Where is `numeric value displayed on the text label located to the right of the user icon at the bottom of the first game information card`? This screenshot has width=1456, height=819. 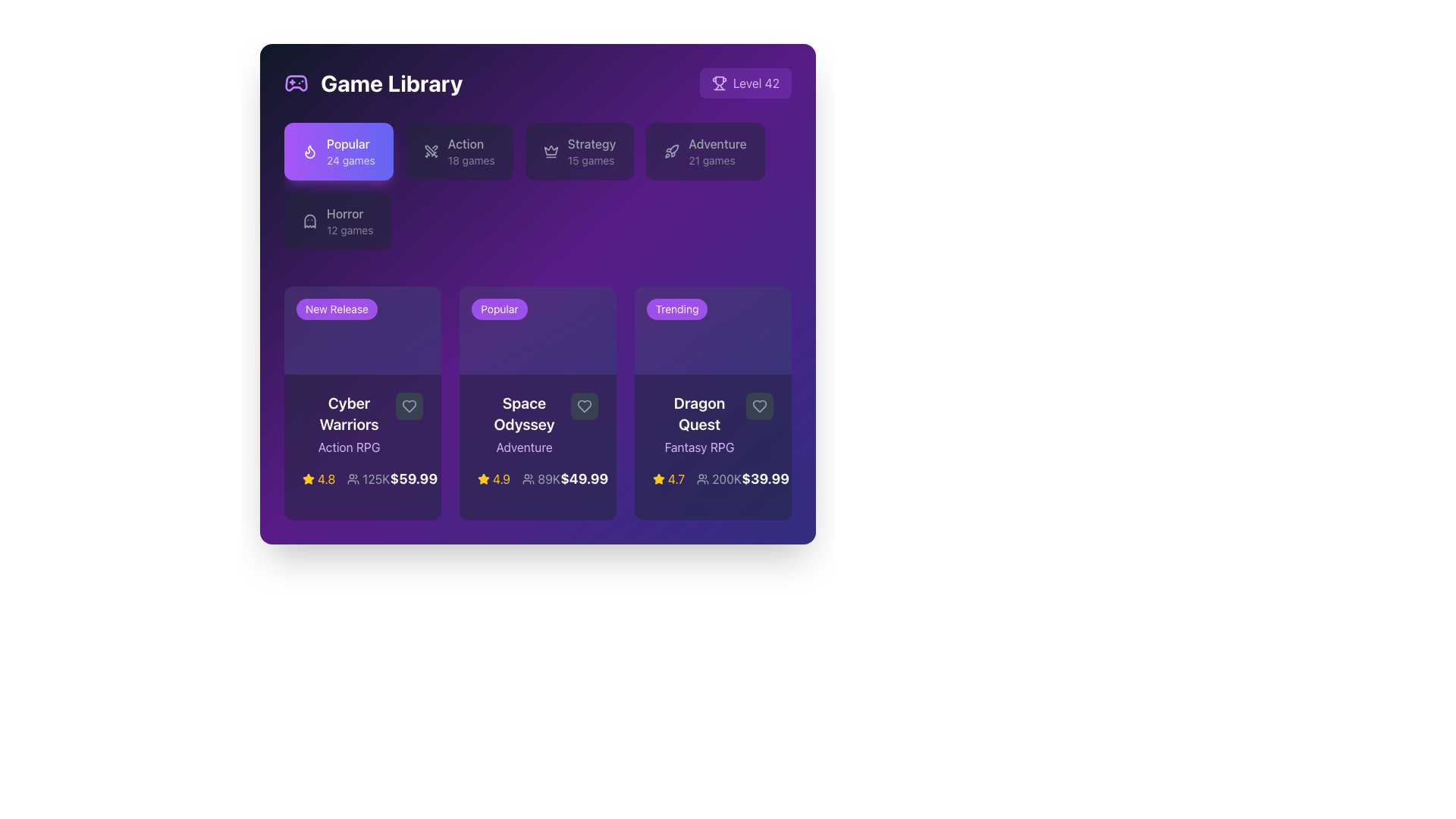 numeric value displayed on the text label located to the right of the user icon at the bottom of the first game information card is located at coordinates (376, 479).